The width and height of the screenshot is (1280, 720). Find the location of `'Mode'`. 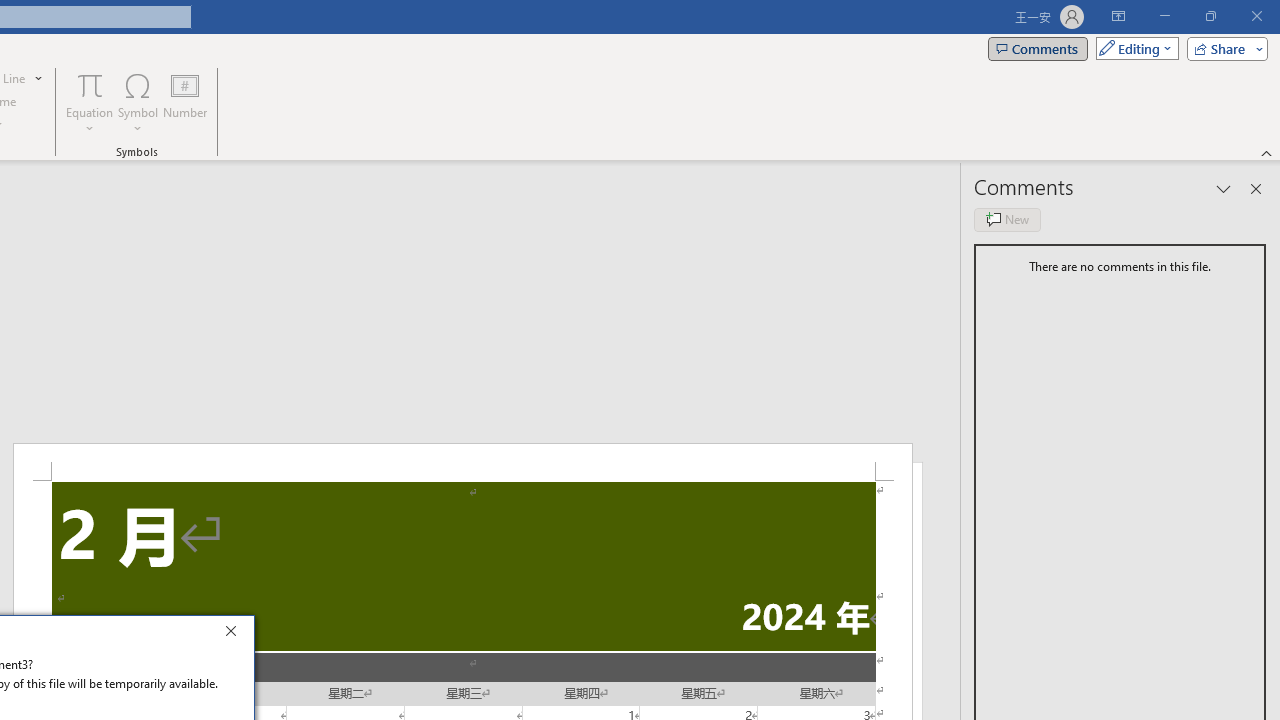

'Mode' is located at coordinates (1133, 47).